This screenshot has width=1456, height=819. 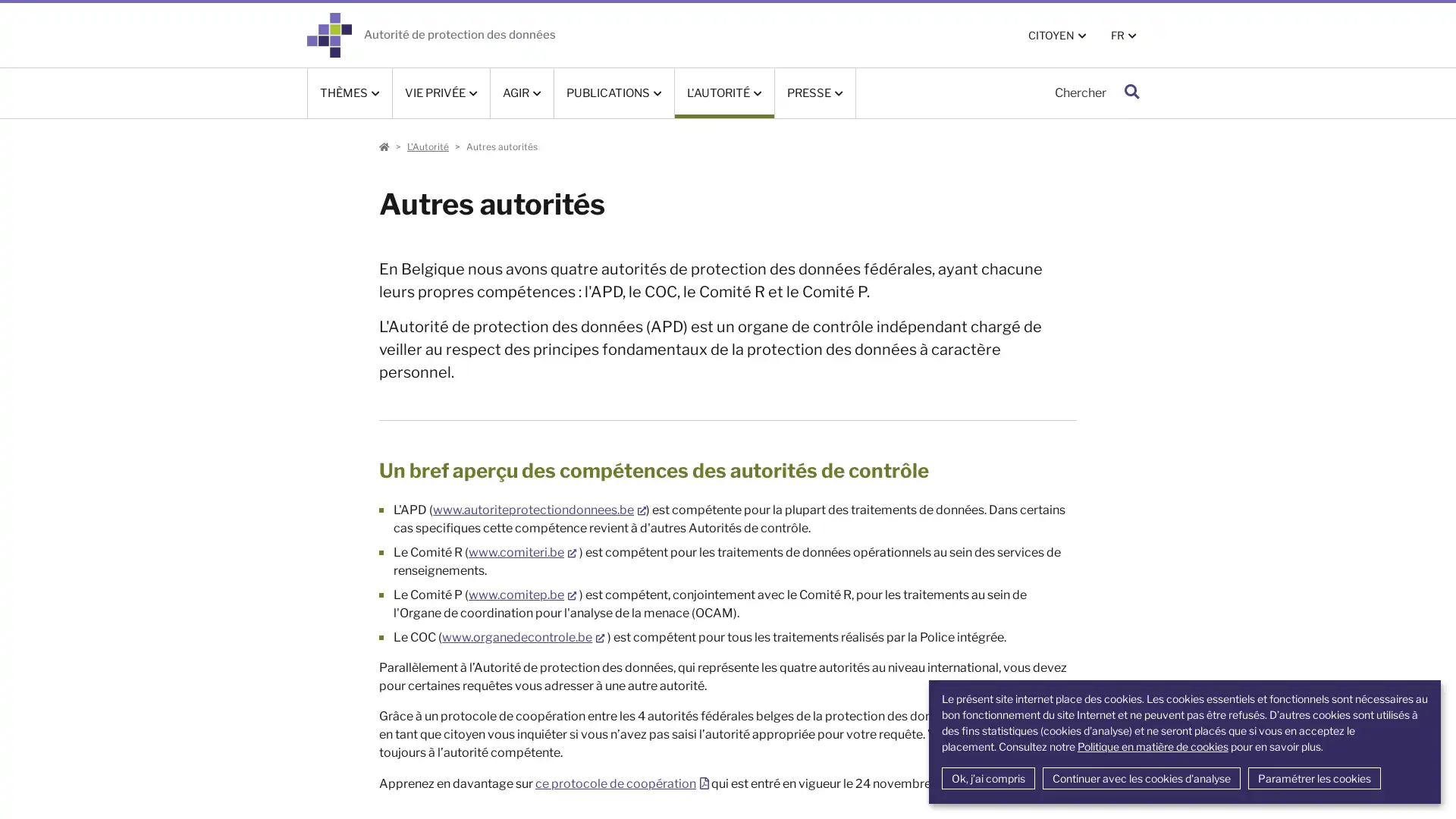 What do you see at coordinates (987, 778) in the screenshot?
I see `Ok, jai compris` at bounding box center [987, 778].